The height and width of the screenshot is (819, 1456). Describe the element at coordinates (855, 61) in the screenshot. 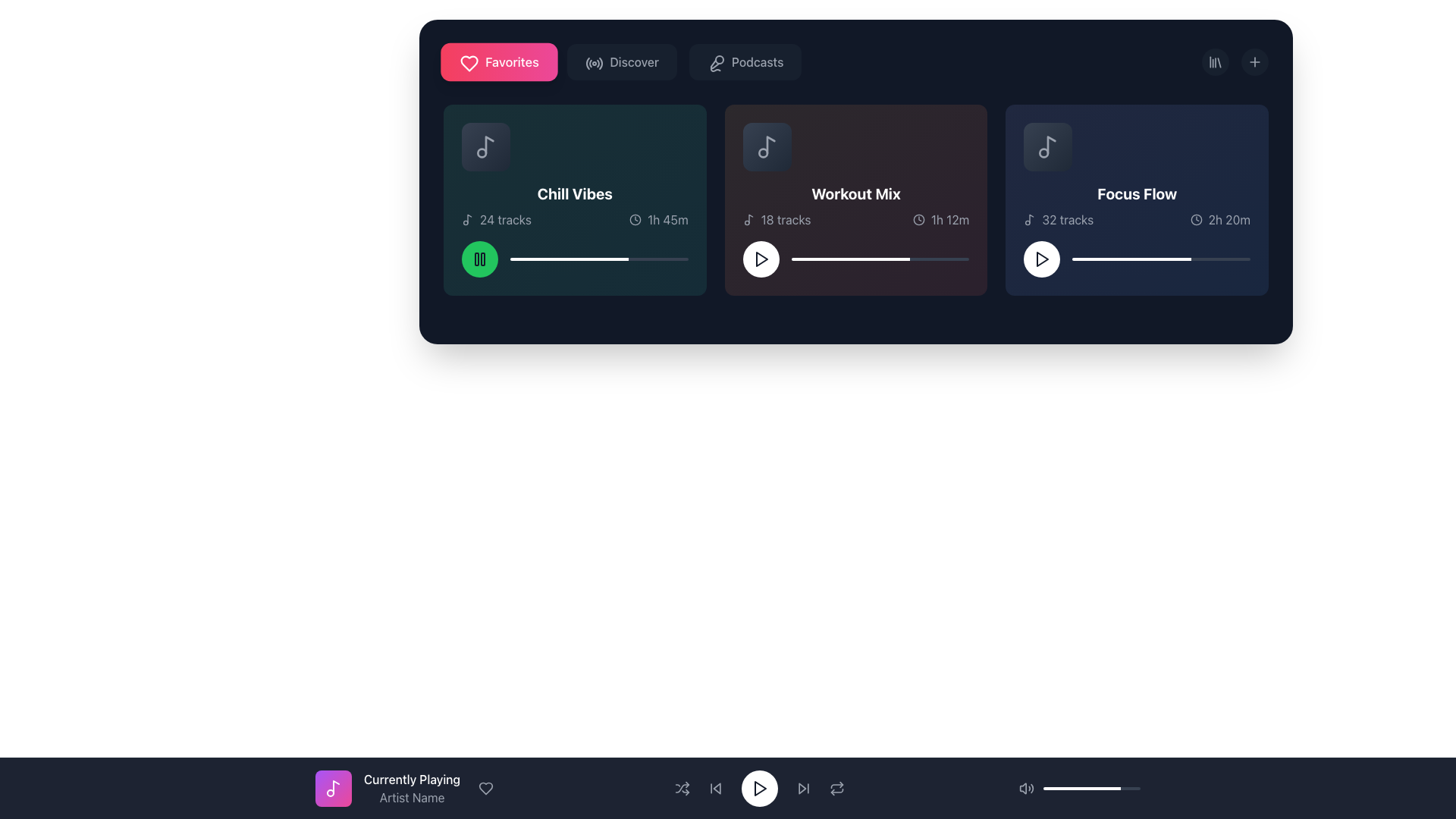

I see `the favorite items button located on the far left of the navigation bar` at that location.